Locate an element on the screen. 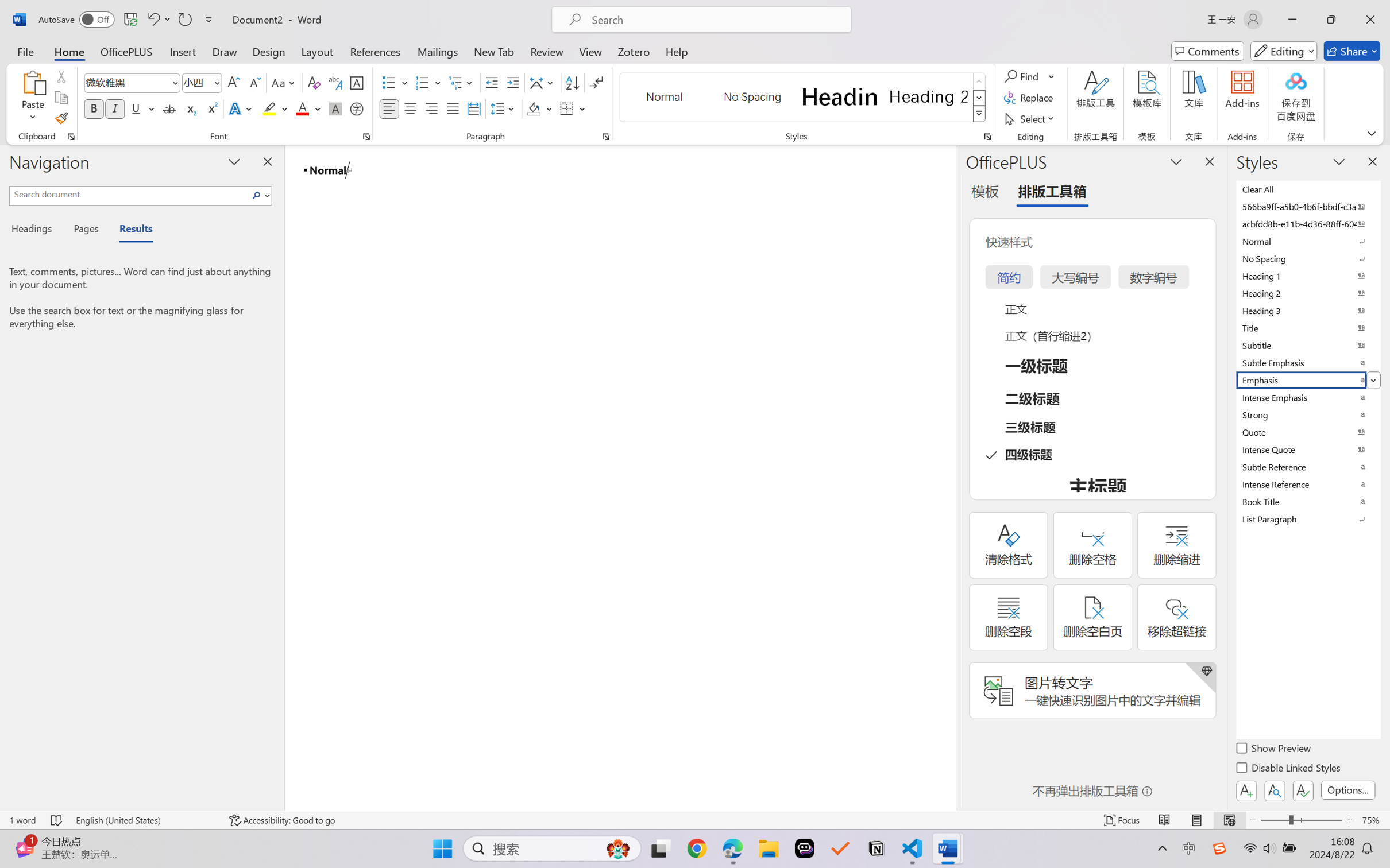 Image resolution: width=1390 pixels, height=868 pixels. 'Font' is located at coordinates (126, 83).